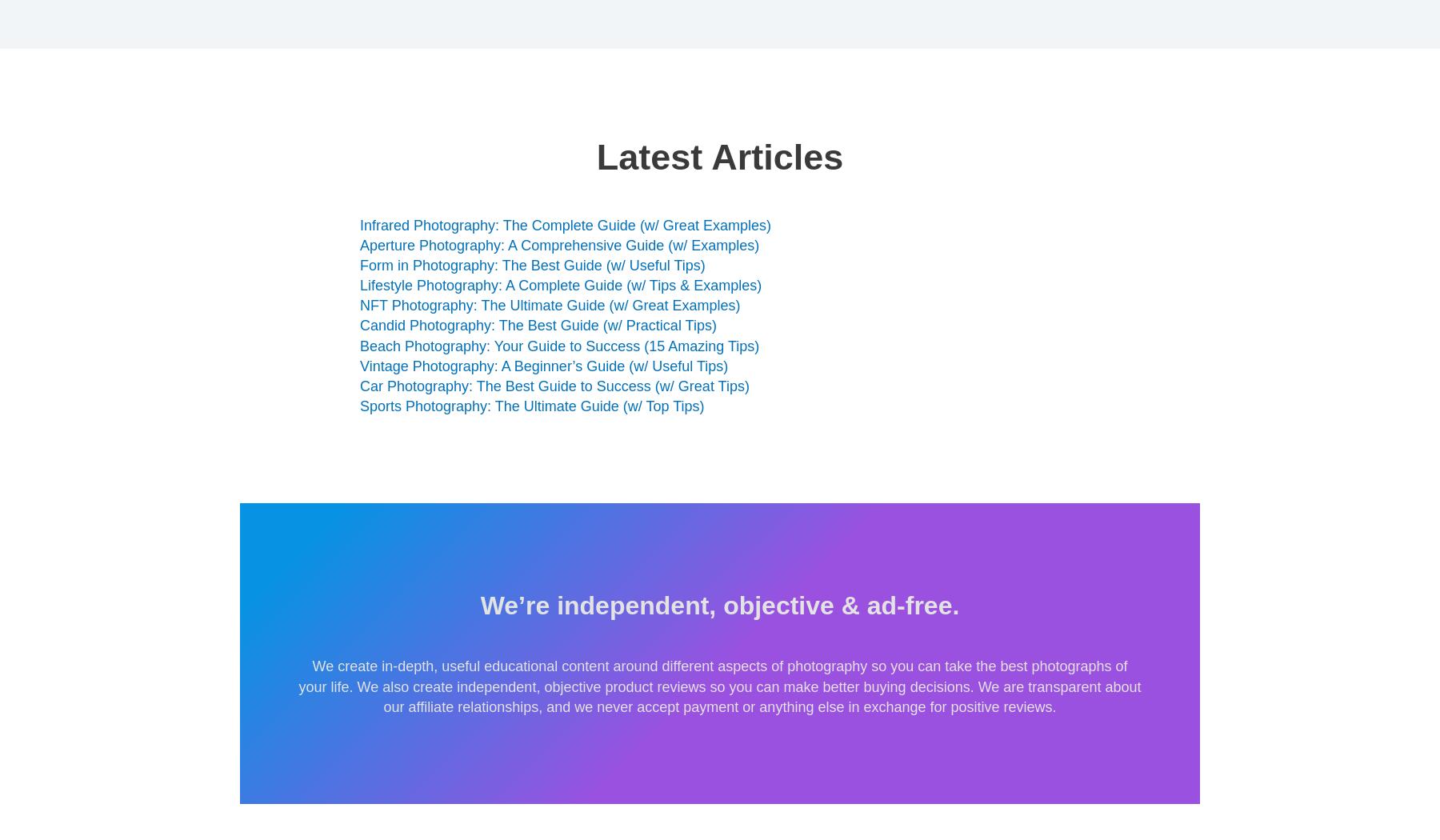  What do you see at coordinates (719, 606) in the screenshot?
I see `'We’re independent, objective & ad-free.'` at bounding box center [719, 606].